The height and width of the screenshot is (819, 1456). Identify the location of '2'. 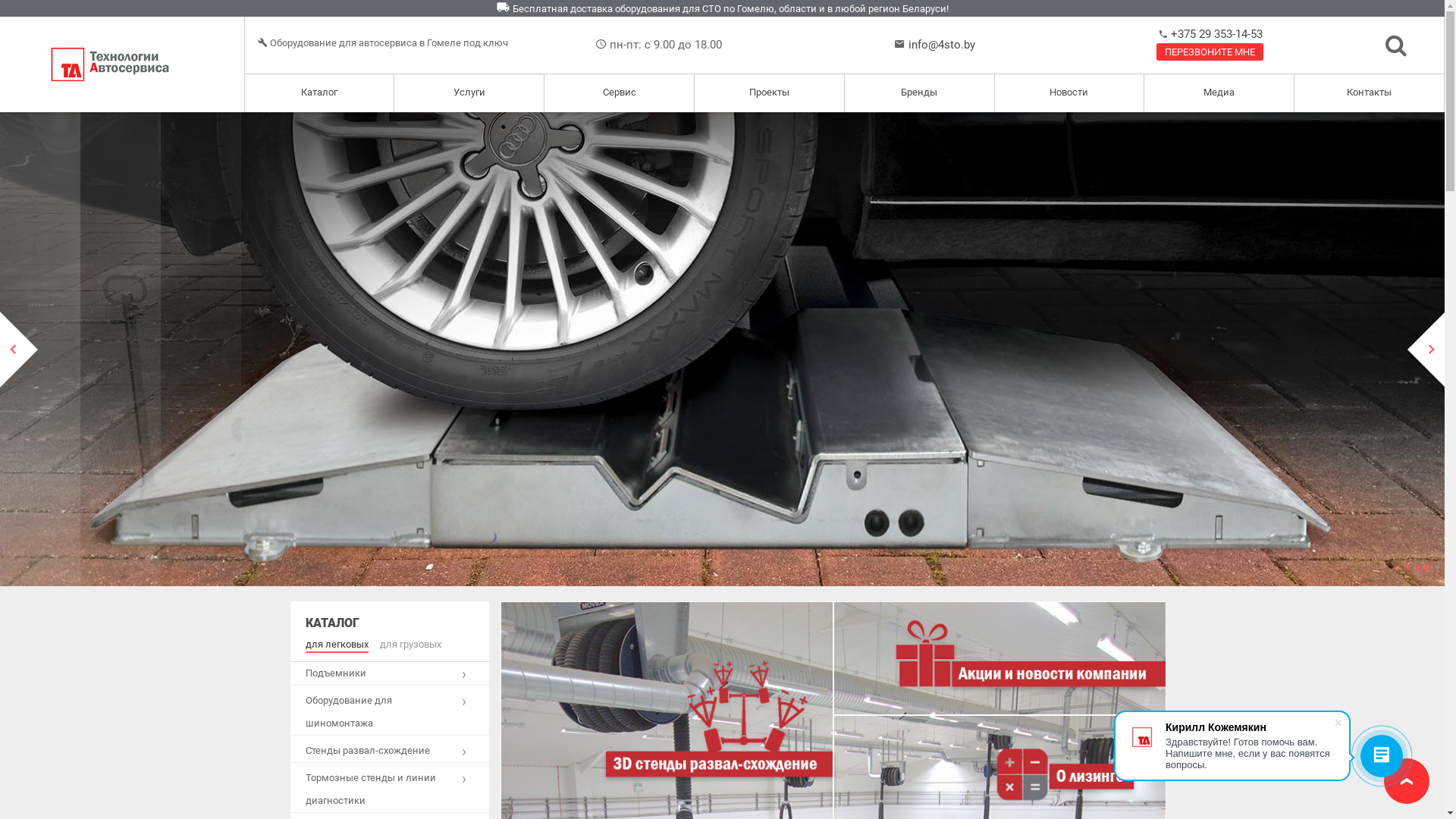
(1405, 567).